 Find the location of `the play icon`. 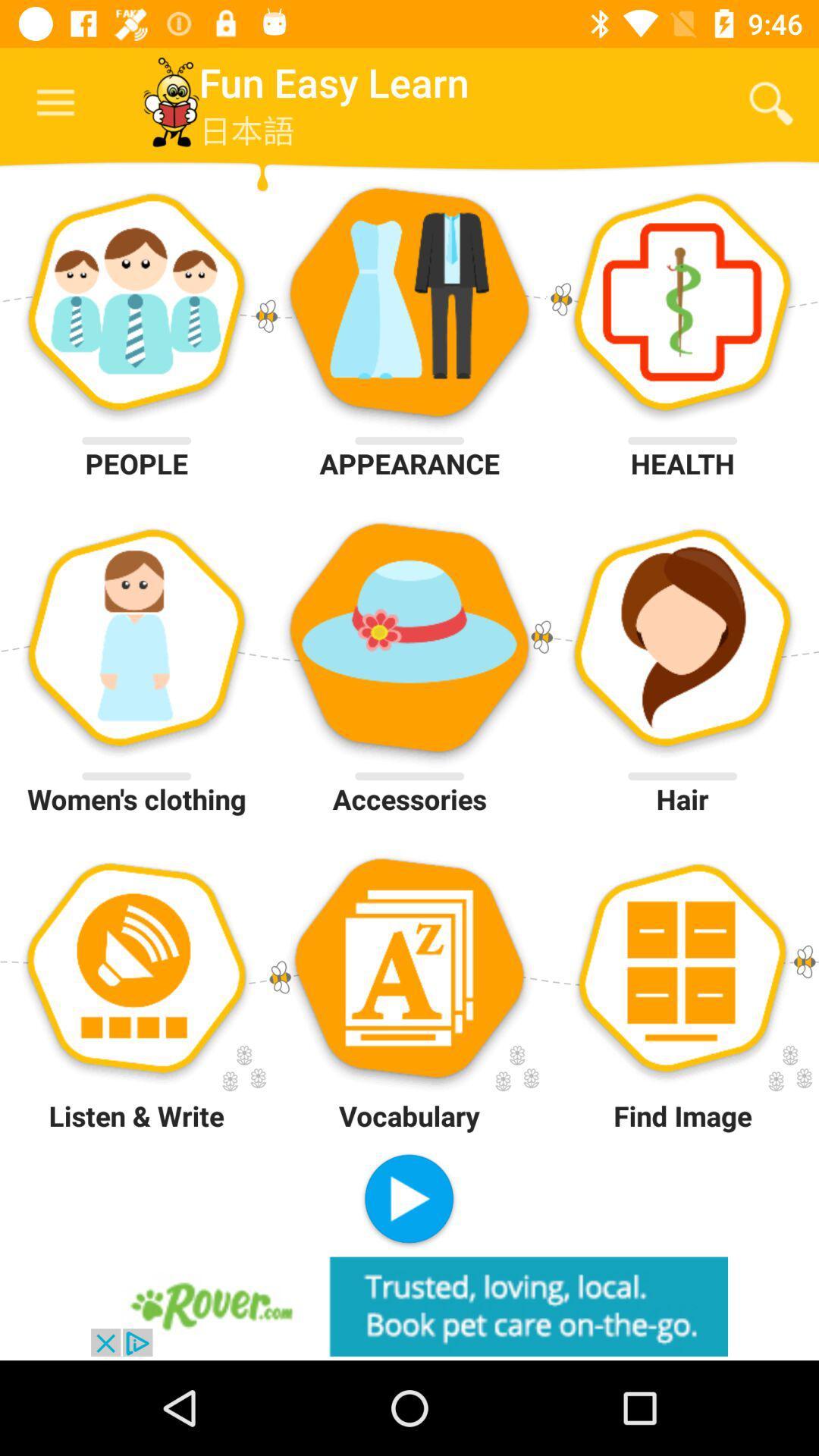

the play icon is located at coordinates (408, 1200).